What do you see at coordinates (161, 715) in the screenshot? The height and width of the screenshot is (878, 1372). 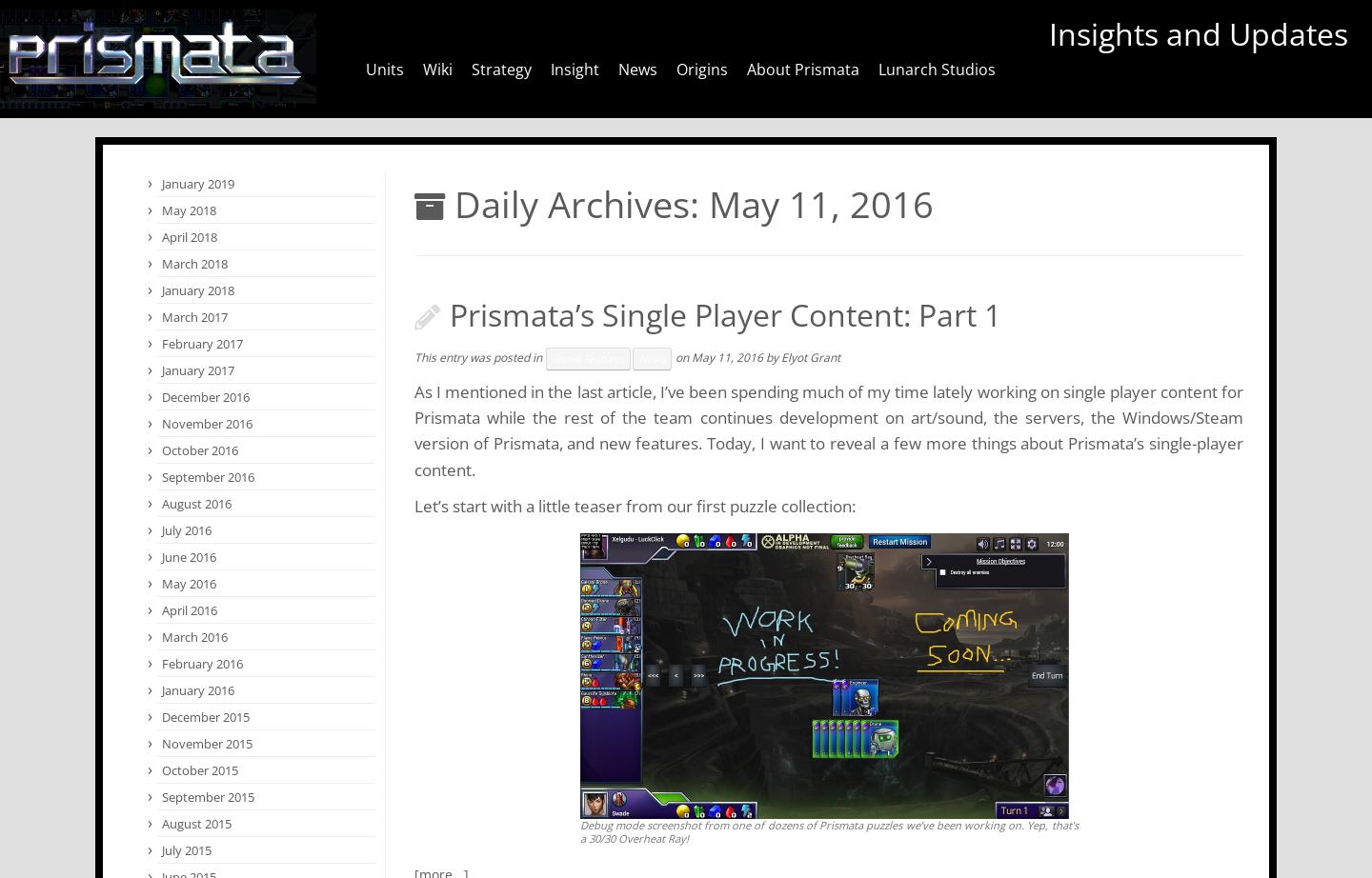 I see `'December 2015'` at bounding box center [161, 715].